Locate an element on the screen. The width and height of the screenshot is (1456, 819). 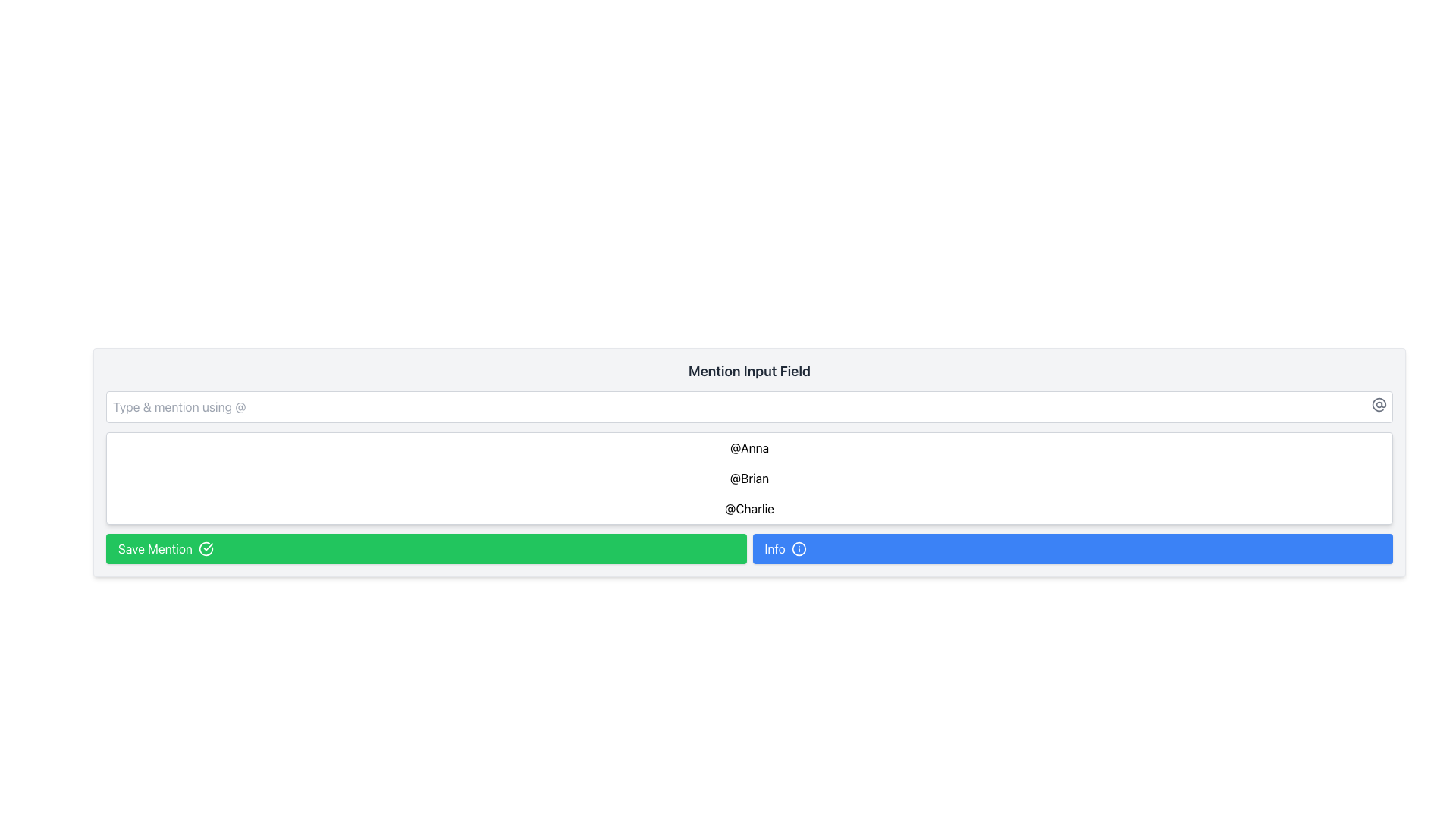
the circular icon within the 'Info' button located at the bottom right corner of the panel containing mention suggestions is located at coordinates (798, 549).